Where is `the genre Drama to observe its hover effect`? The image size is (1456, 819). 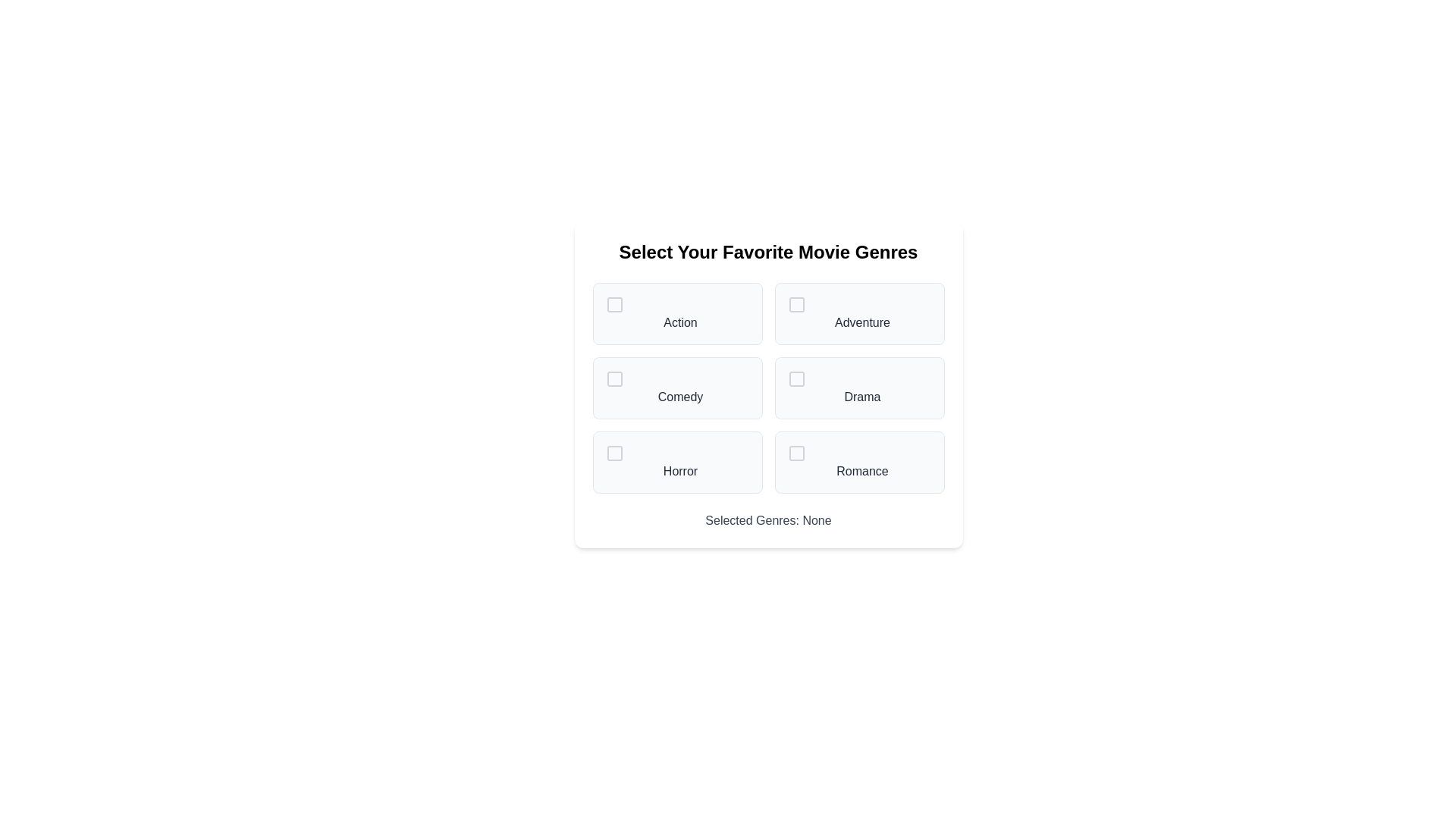 the genre Drama to observe its hover effect is located at coordinates (859, 388).